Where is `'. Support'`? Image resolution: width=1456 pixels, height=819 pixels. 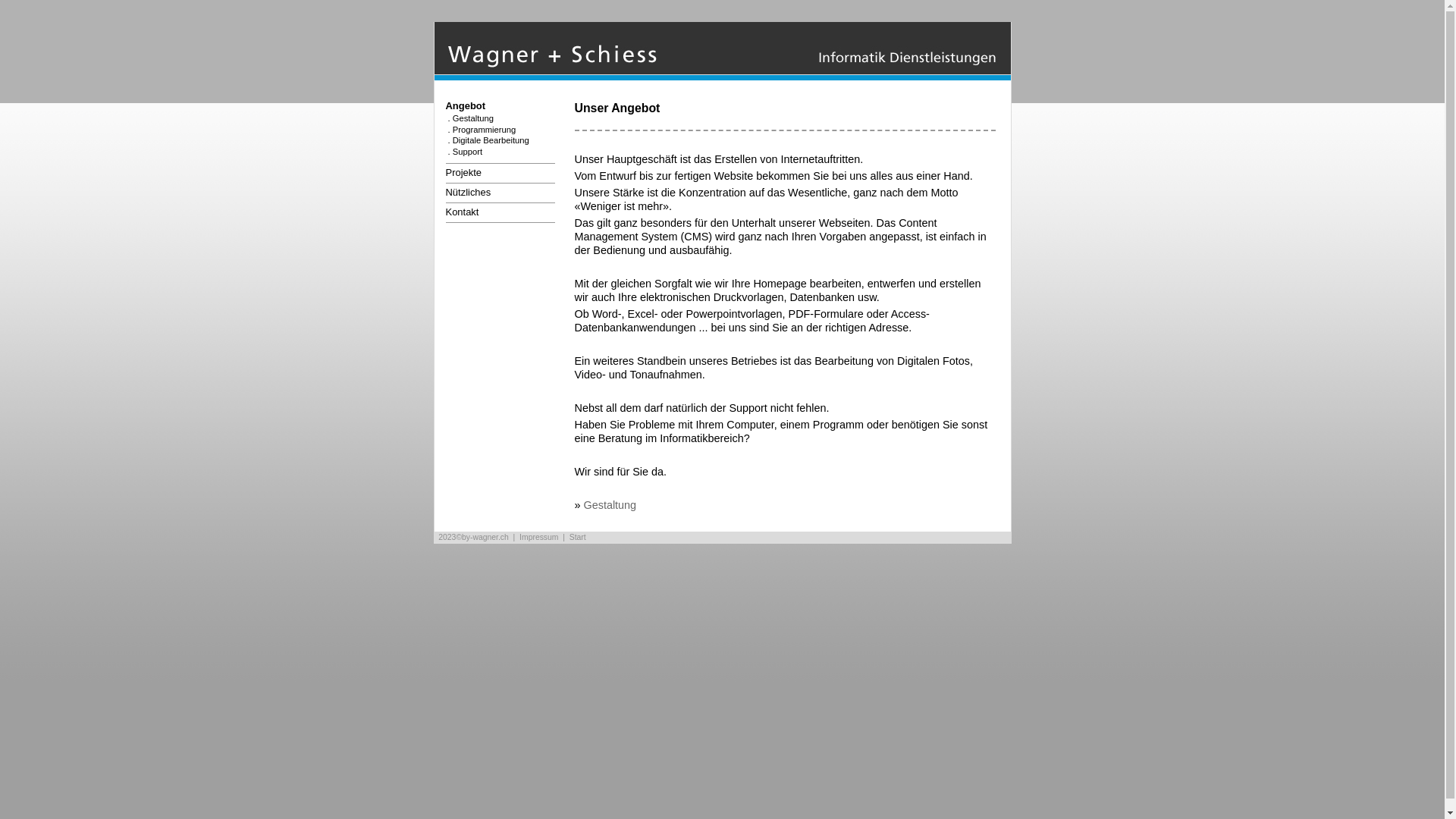 '. Support' is located at coordinates (445, 152).